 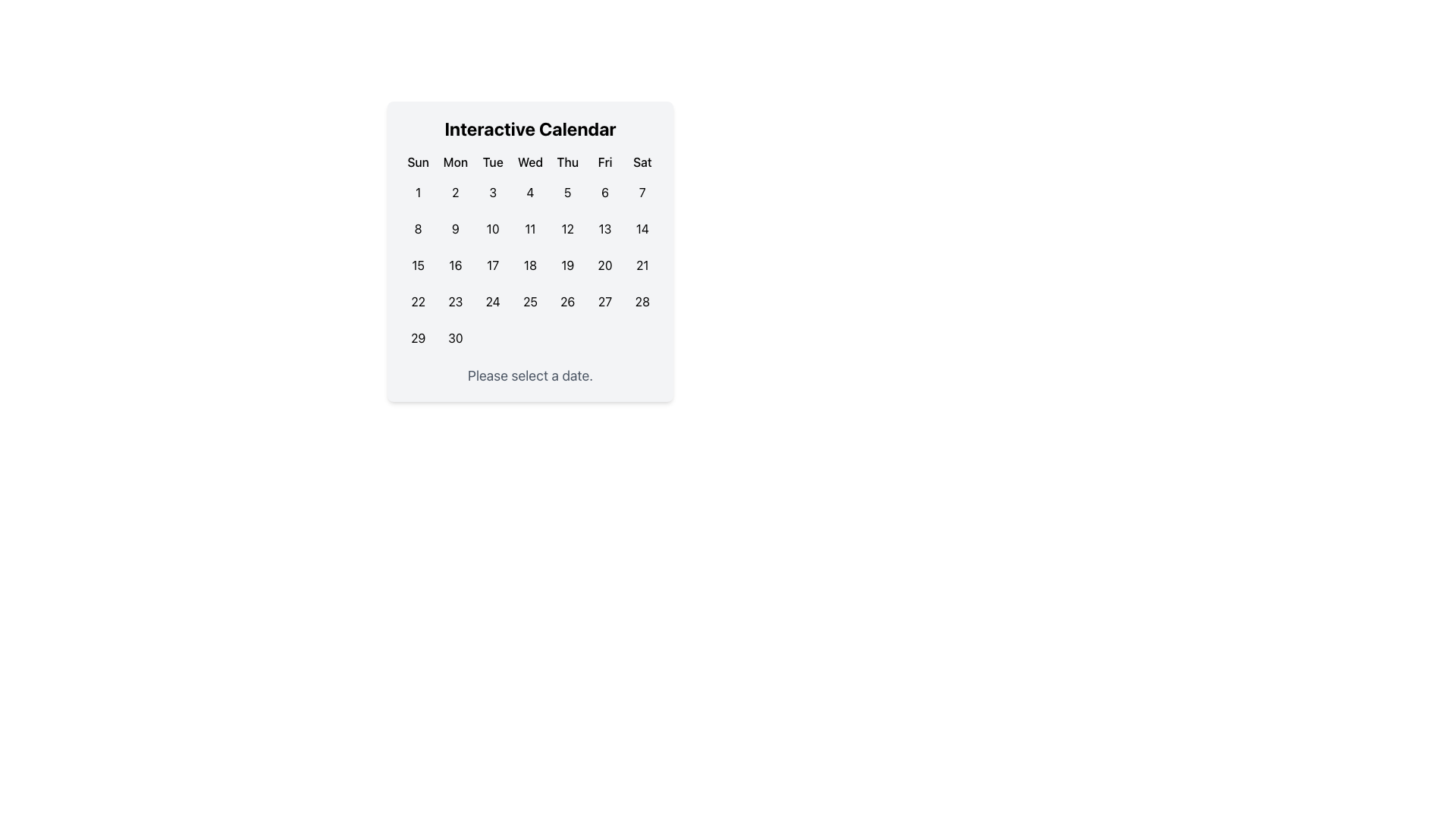 What do you see at coordinates (566, 192) in the screenshot?
I see `the selectable calendar date cell representing the 5th day of the month, located under the column labeled 'Thu'` at bounding box center [566, 192].